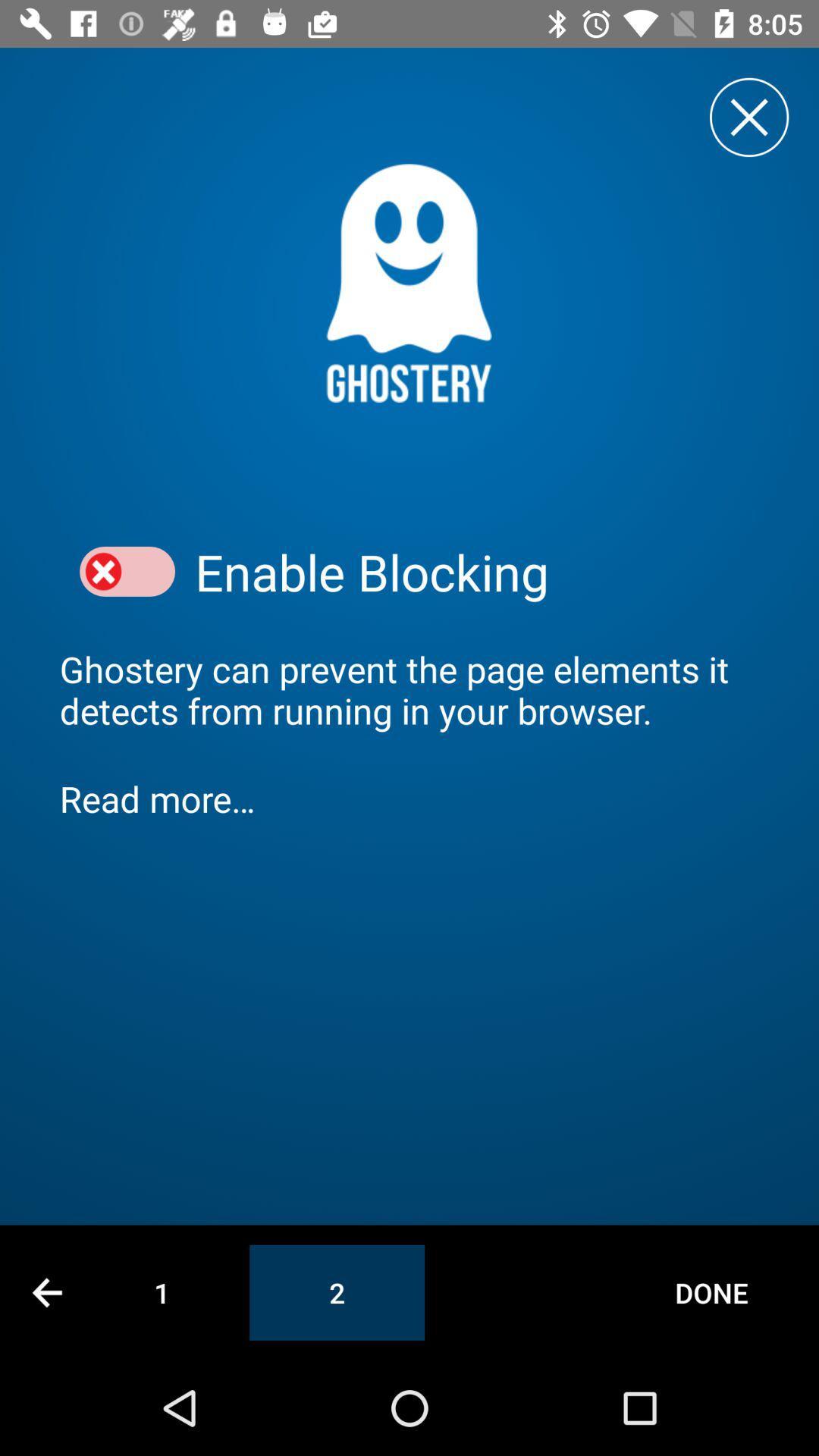 Image resolution: width=819 pixels, height=1456 pixels. I want to click on item above ghostery can prevent, so click(476, 571).